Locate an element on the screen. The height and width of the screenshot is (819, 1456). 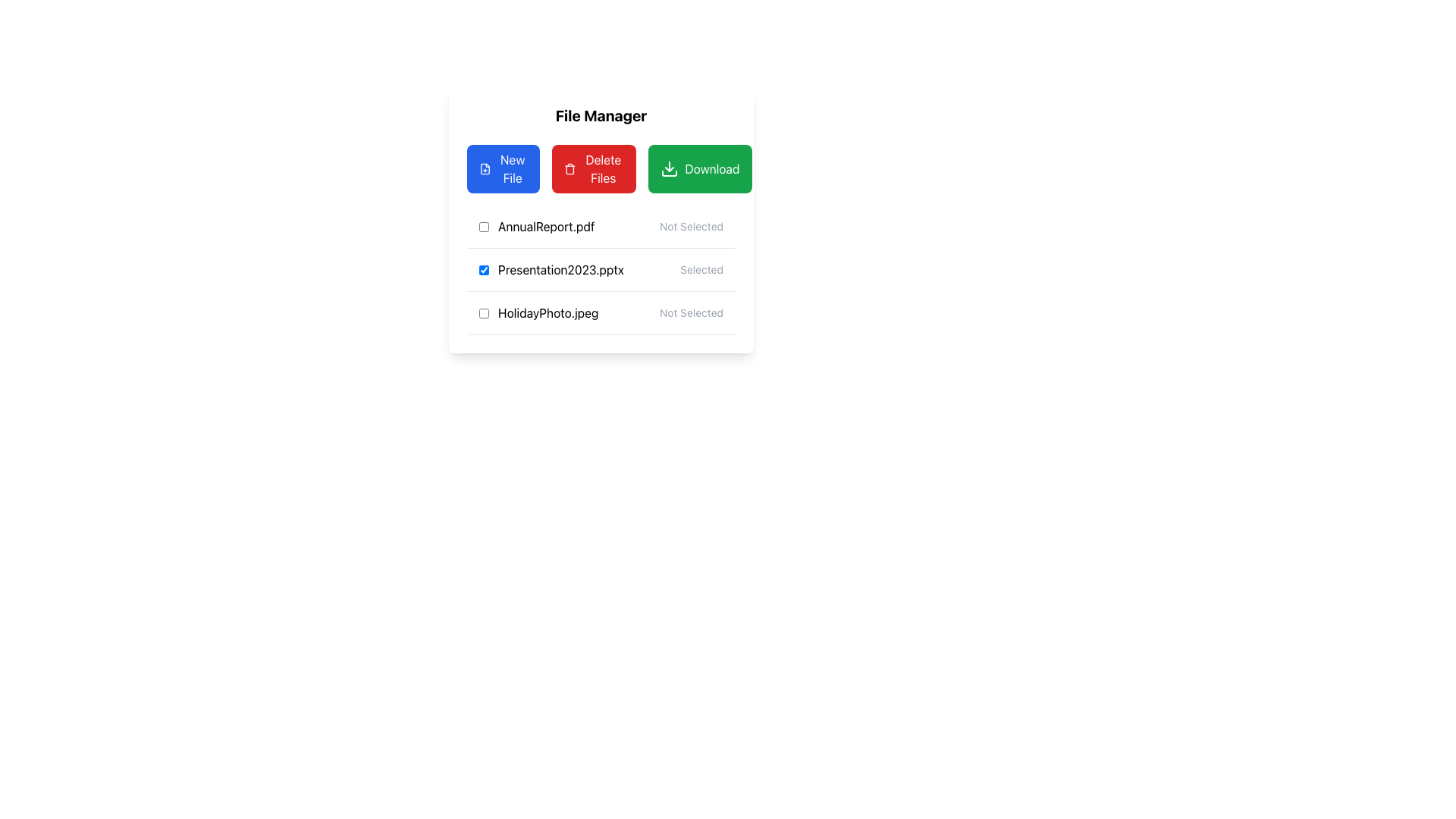
the trash can icon located within the 'Delete Files' button, which is styled with a red background and rounded corners is located at coordinates (570, 169).